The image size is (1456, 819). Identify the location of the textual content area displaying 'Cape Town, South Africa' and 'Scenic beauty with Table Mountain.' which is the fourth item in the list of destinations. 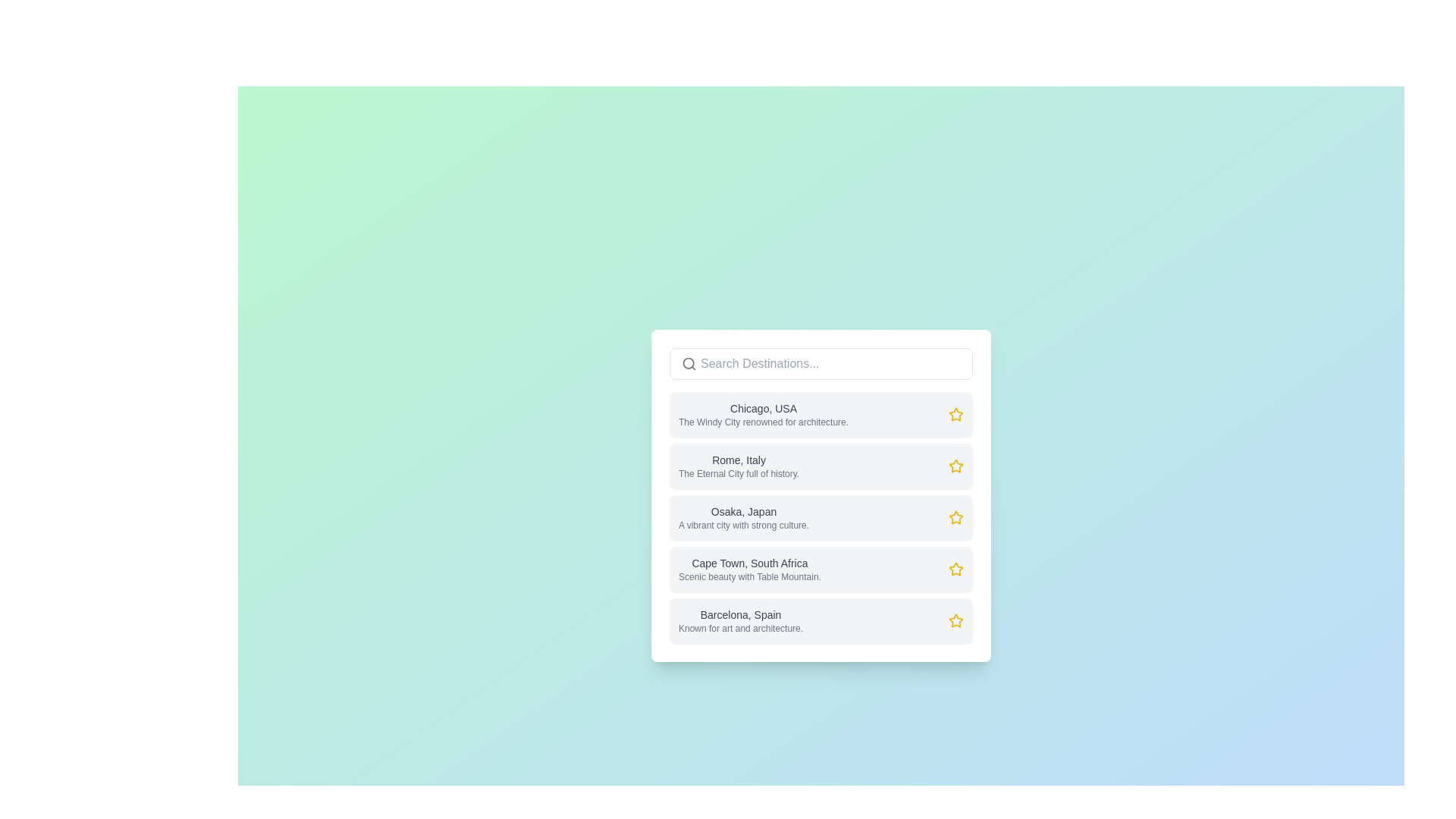
(749, 570).